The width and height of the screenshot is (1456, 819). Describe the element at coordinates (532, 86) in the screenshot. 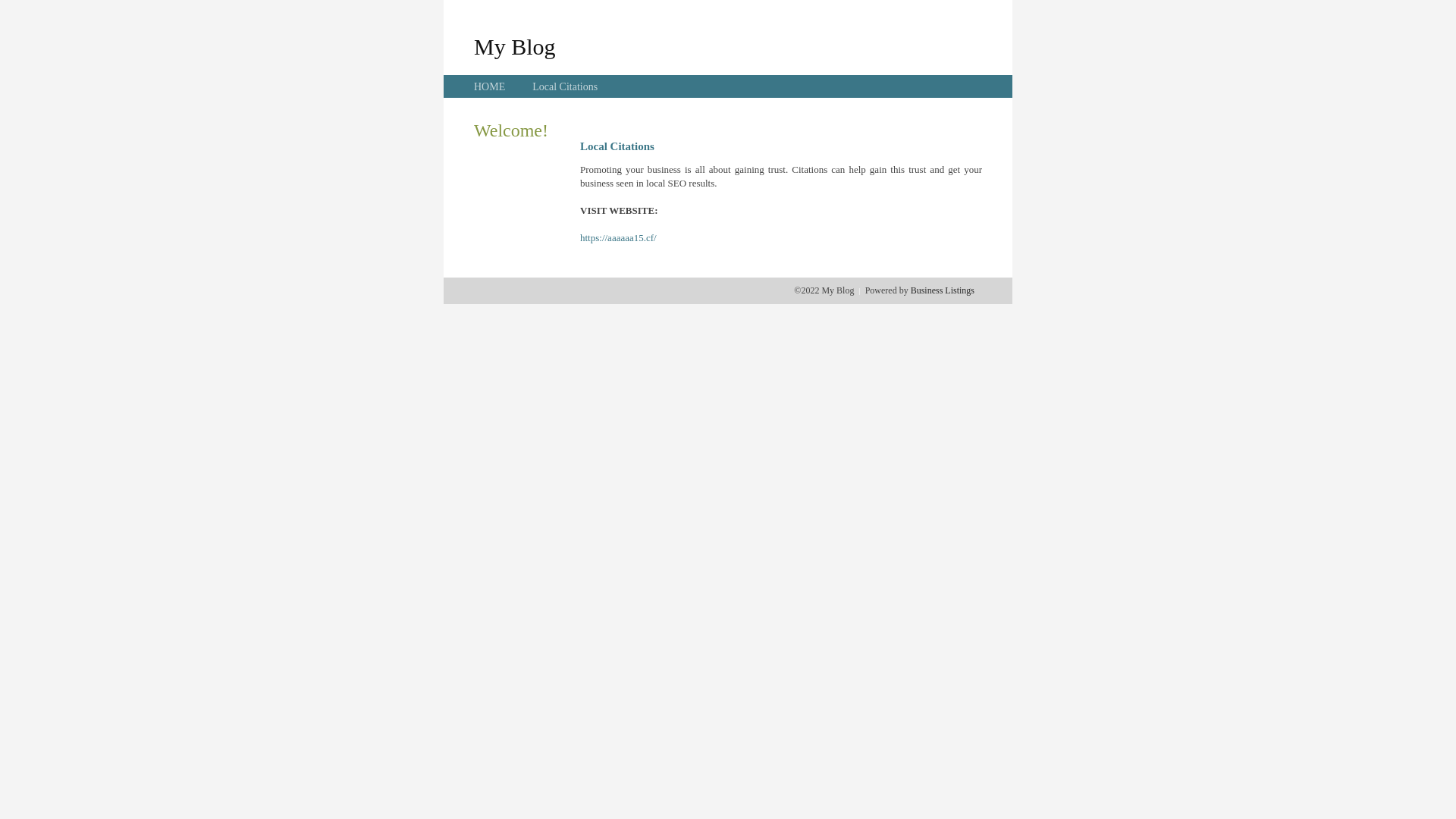

I see `'Local Citations'` at that location.